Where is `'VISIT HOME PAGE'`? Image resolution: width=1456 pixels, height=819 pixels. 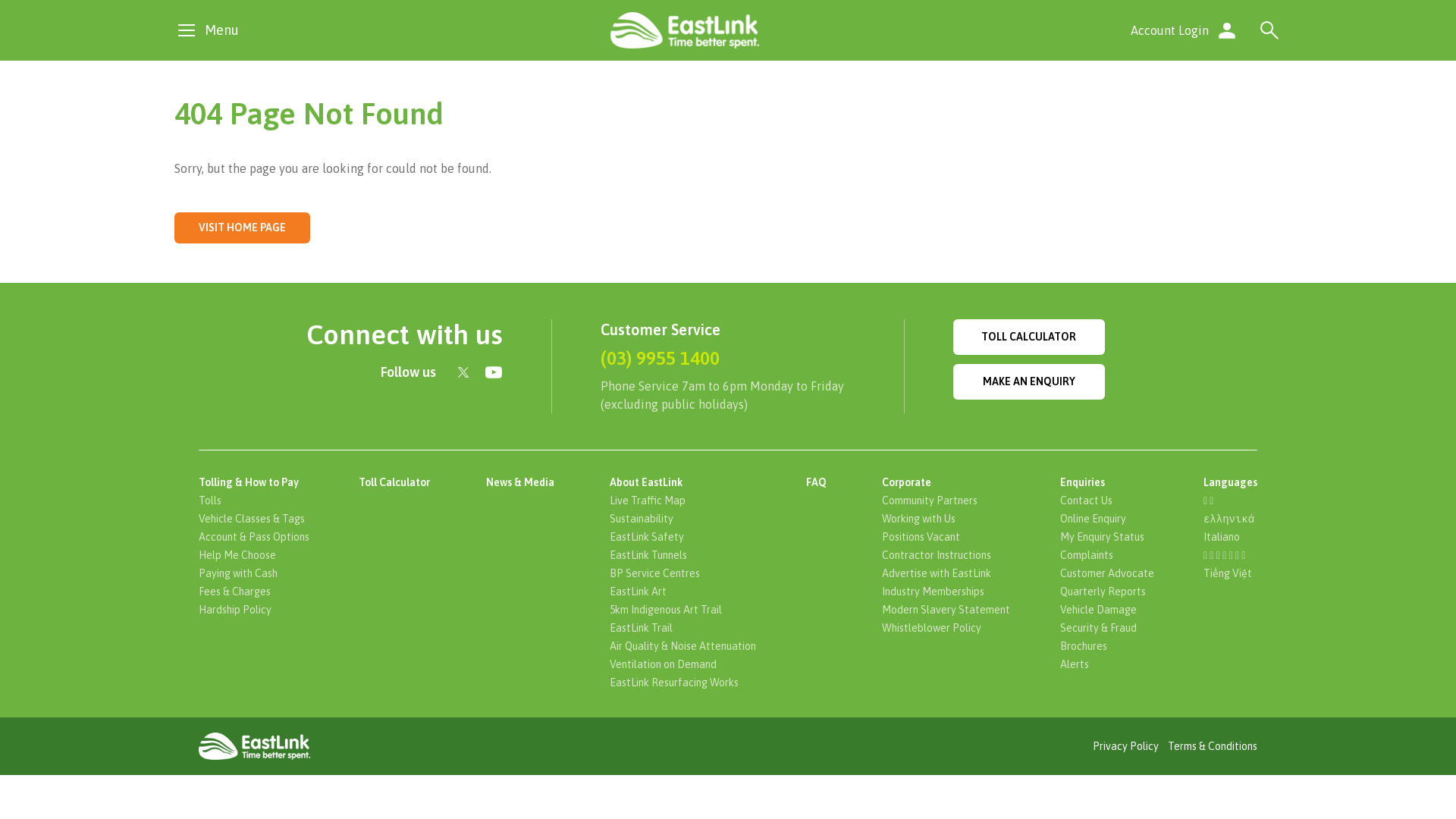 'VISIT HOME PAGE' is located at coordinates (241, 227).